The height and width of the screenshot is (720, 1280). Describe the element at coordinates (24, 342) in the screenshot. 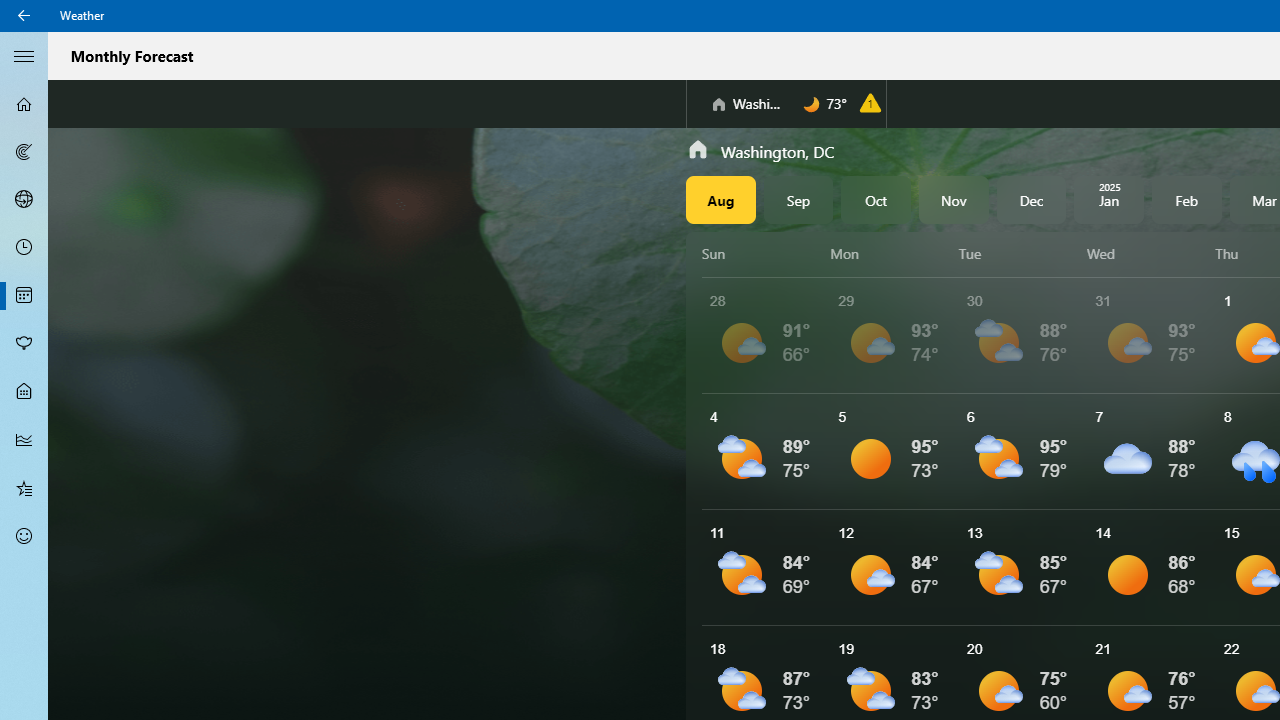

I see `'Pollen - Not Selected'` at that location.